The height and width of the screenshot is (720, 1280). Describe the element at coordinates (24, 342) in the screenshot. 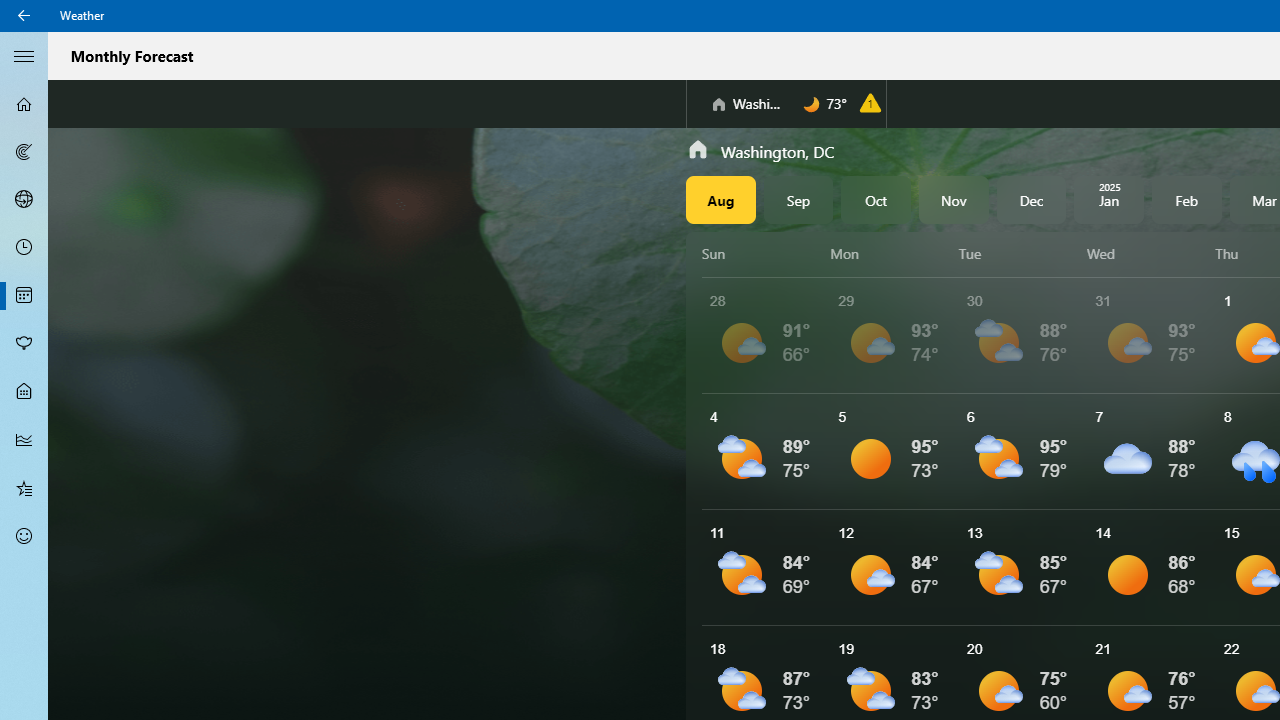

I see `'Pollen - Not Selected'` at that location.